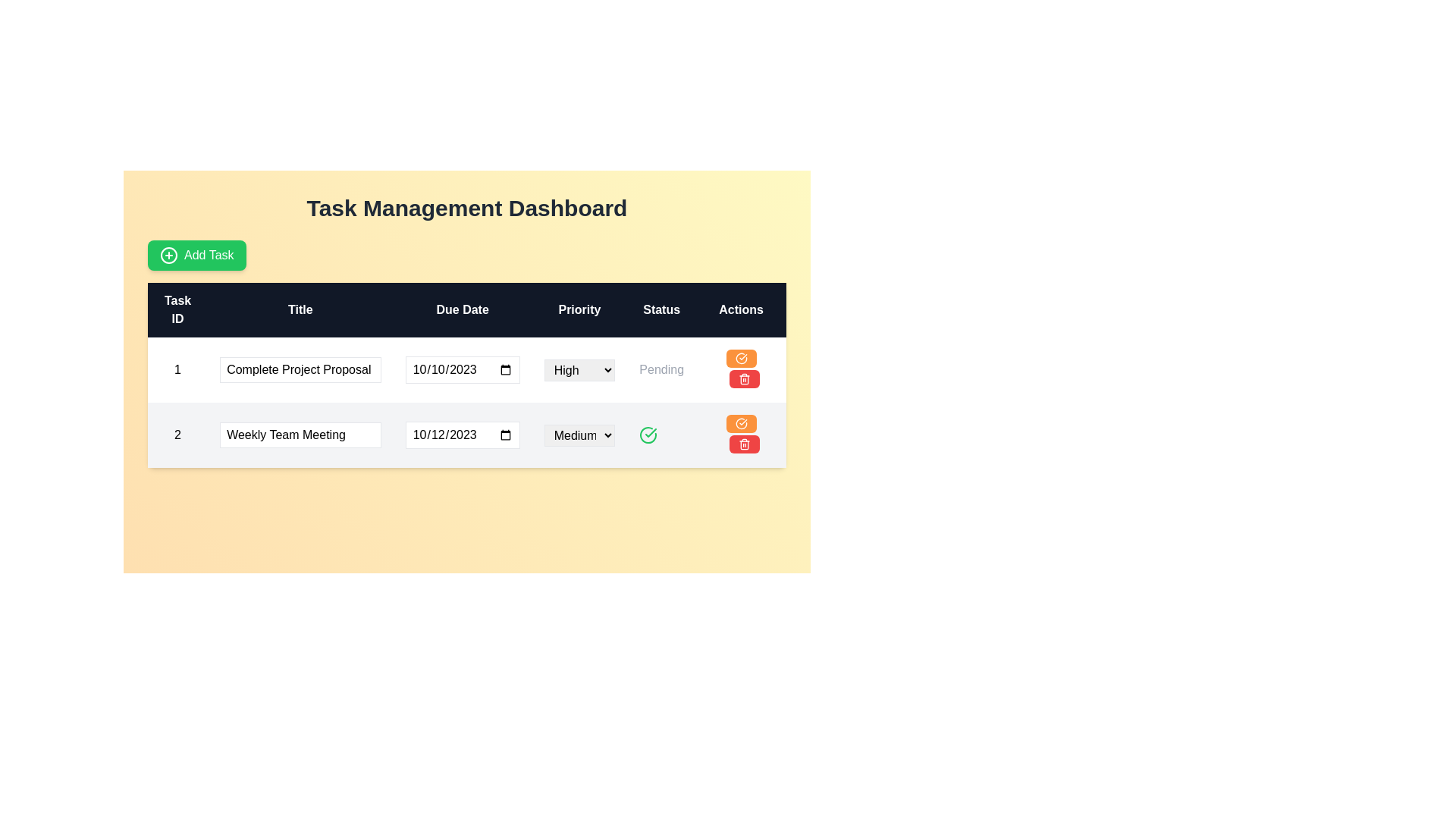 Image resolution: width=1456 pixels, height=819 pixels. I want to click on the 'Actions' text label in the header of the task management dashboard table, which displays the word 'Actions' in white font on a dark background, so click(741, 309).